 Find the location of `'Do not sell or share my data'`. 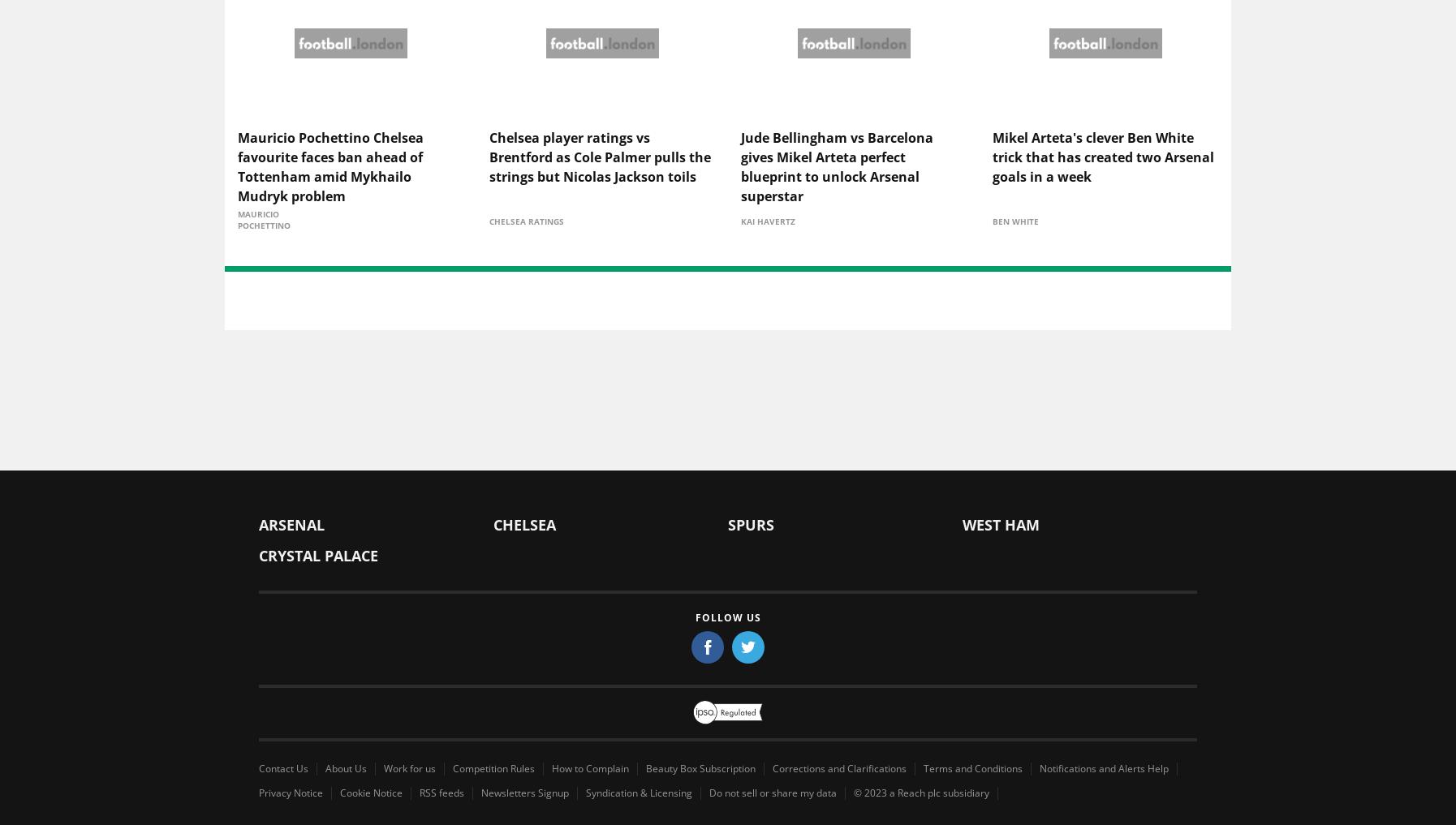

'Do not sell or share my data' is located at coordinates (772, 794).